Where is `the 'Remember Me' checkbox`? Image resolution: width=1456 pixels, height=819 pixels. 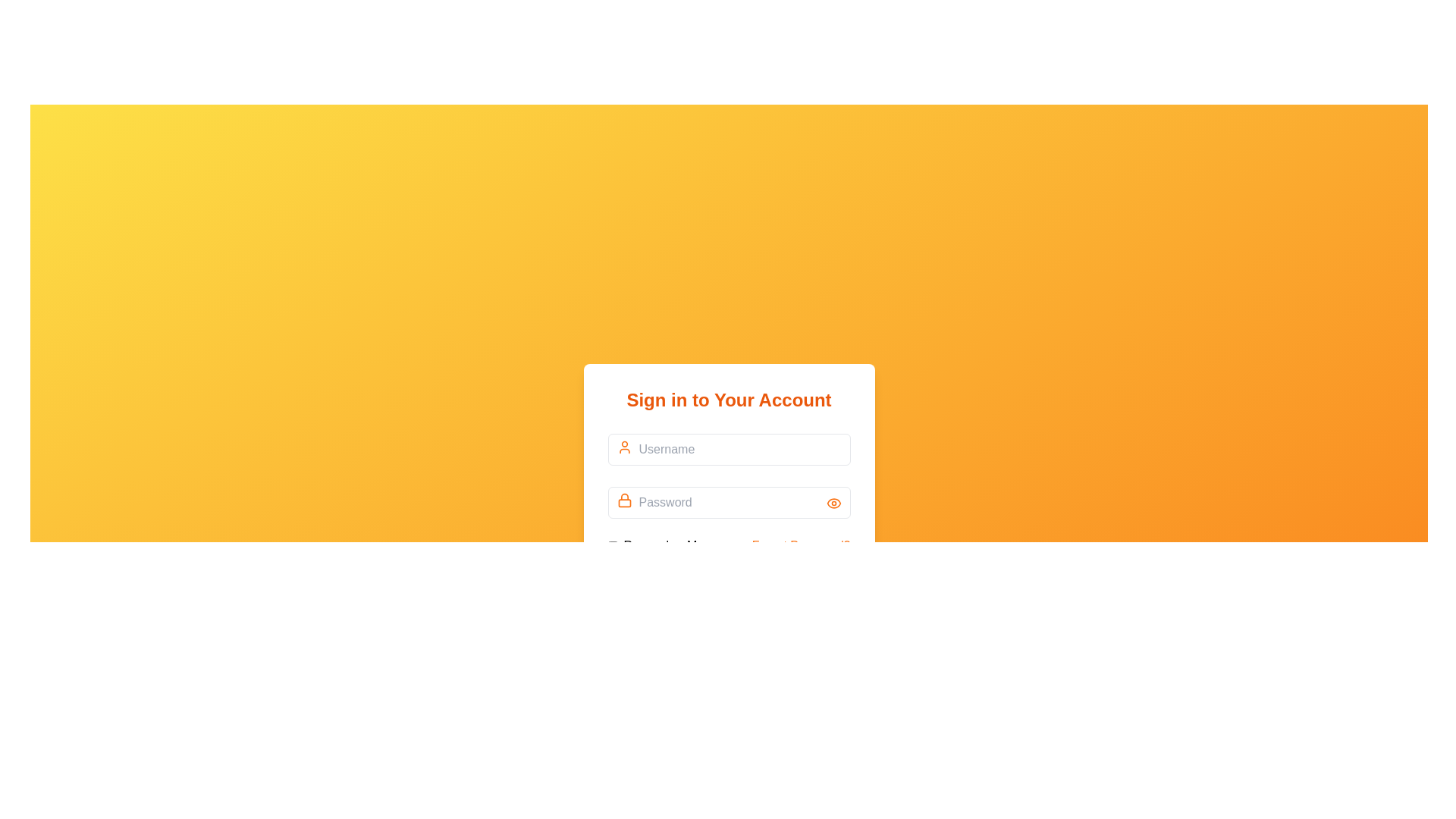 the 'Remember Me' checkbox is located at coordinates (655, 546).